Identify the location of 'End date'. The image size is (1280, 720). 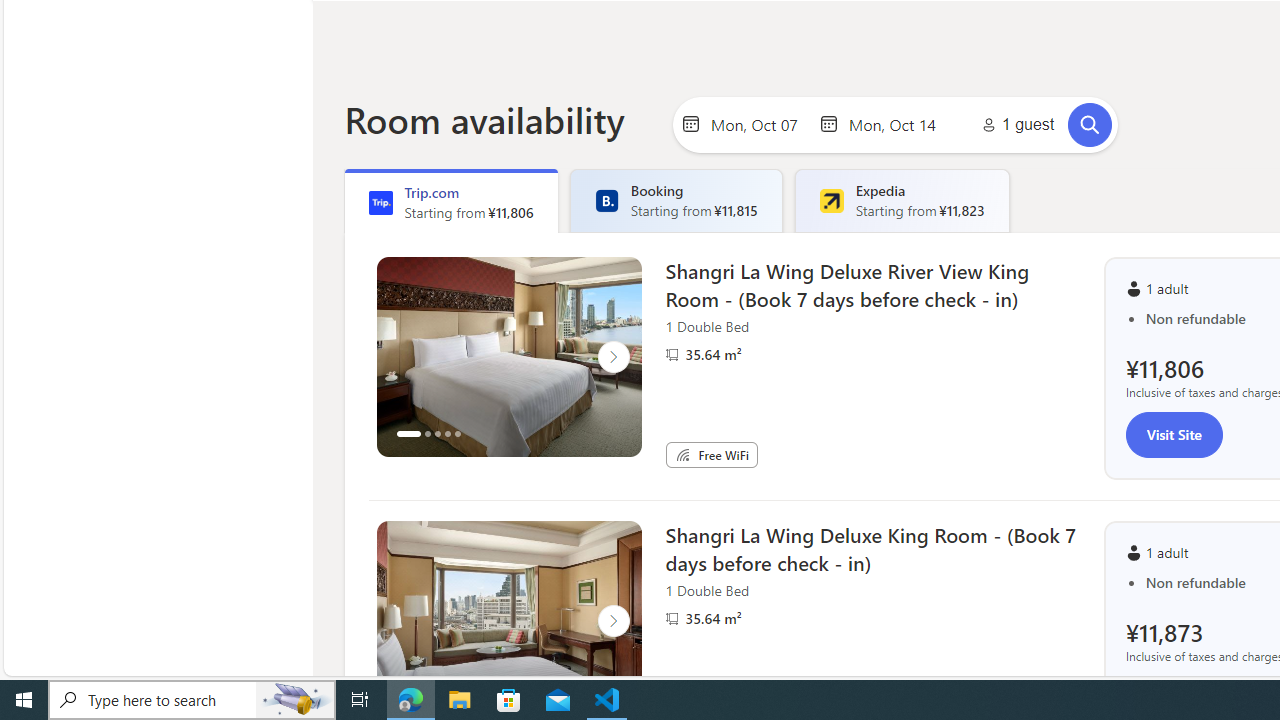
(896, 123).